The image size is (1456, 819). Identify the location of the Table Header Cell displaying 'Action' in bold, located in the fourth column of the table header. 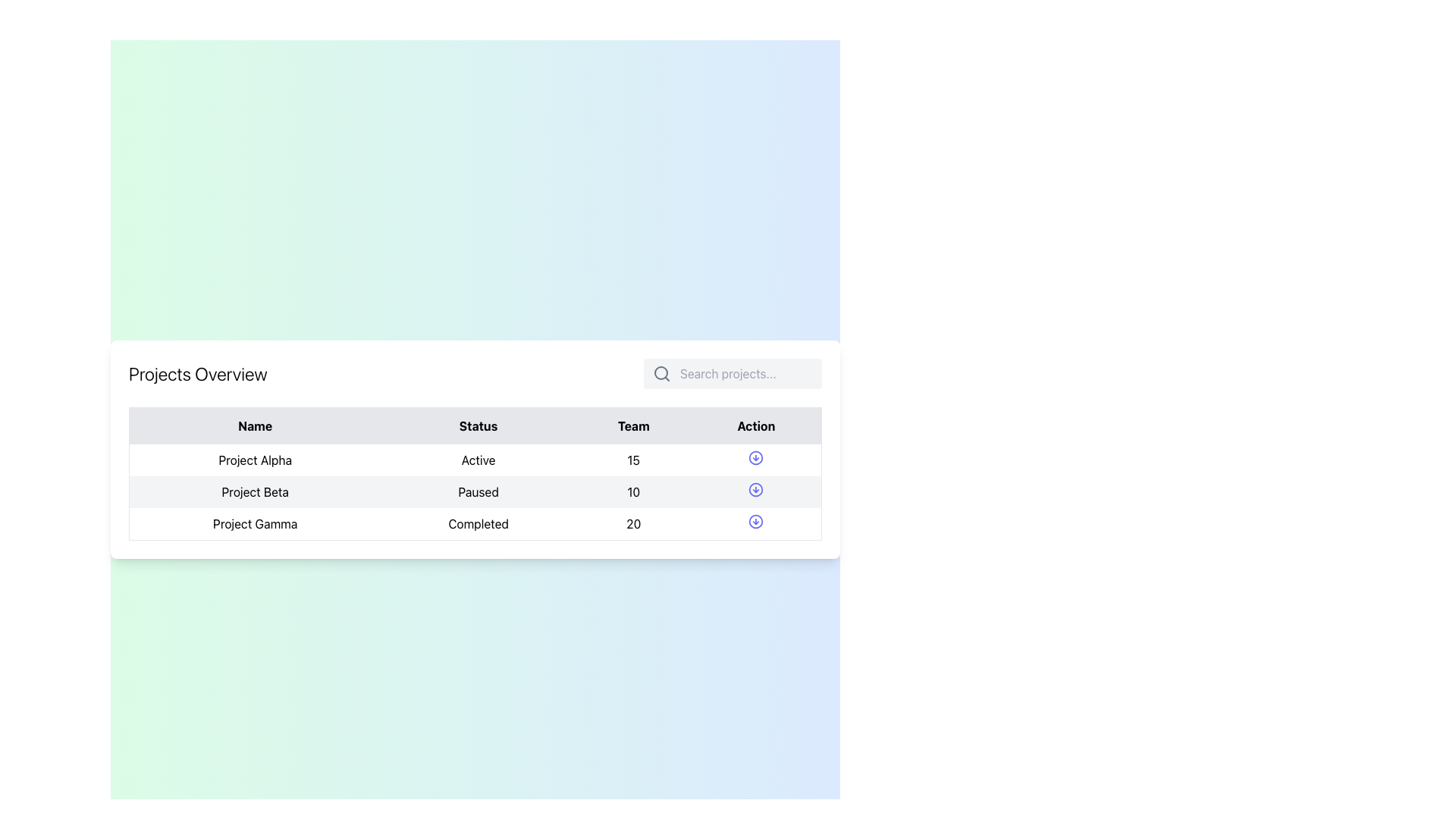
(756, 425).